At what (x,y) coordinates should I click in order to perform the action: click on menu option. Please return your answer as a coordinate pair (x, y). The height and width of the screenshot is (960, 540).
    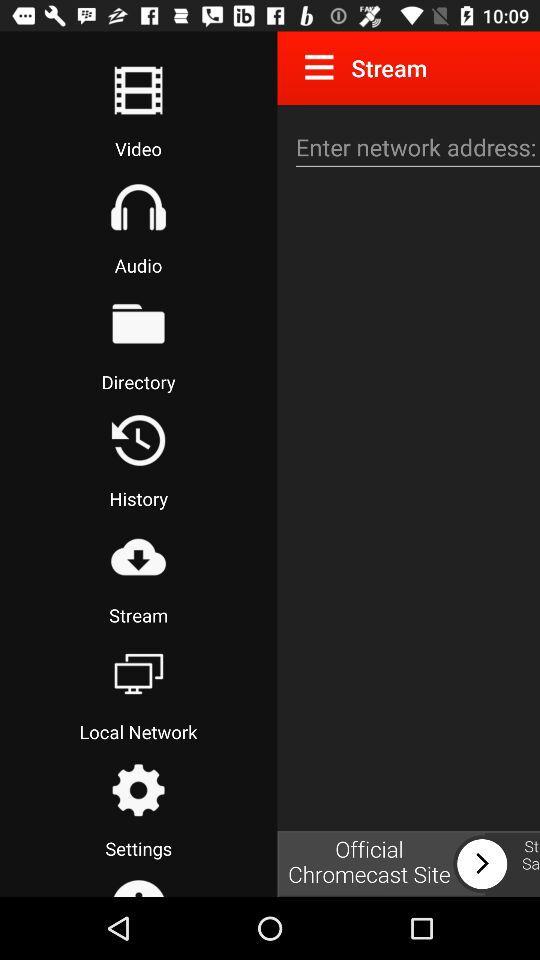
    Looking at the image, I should click on (323, 67).